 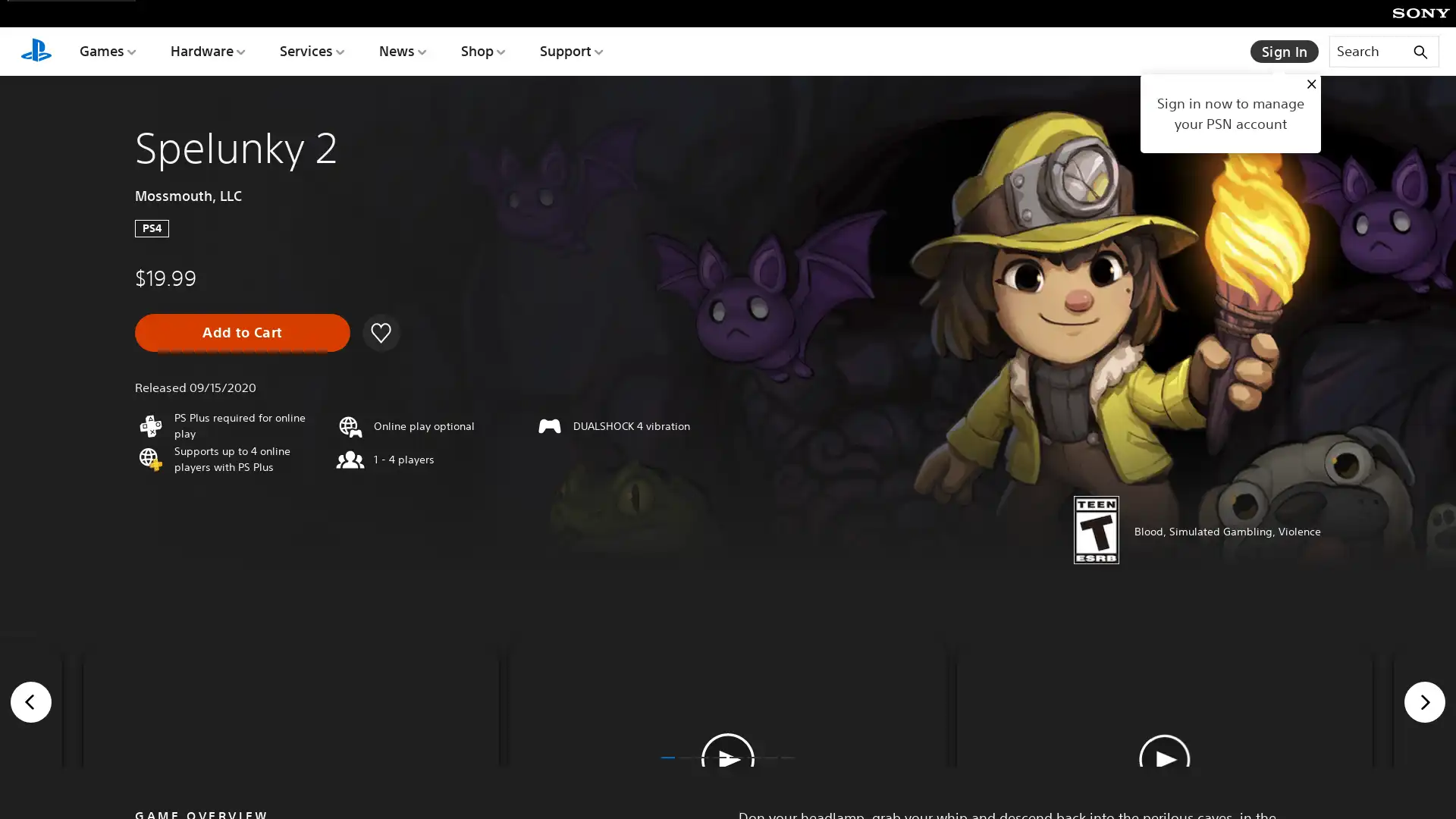 I want to click on Add to Cart, so click(x=243, y=331).